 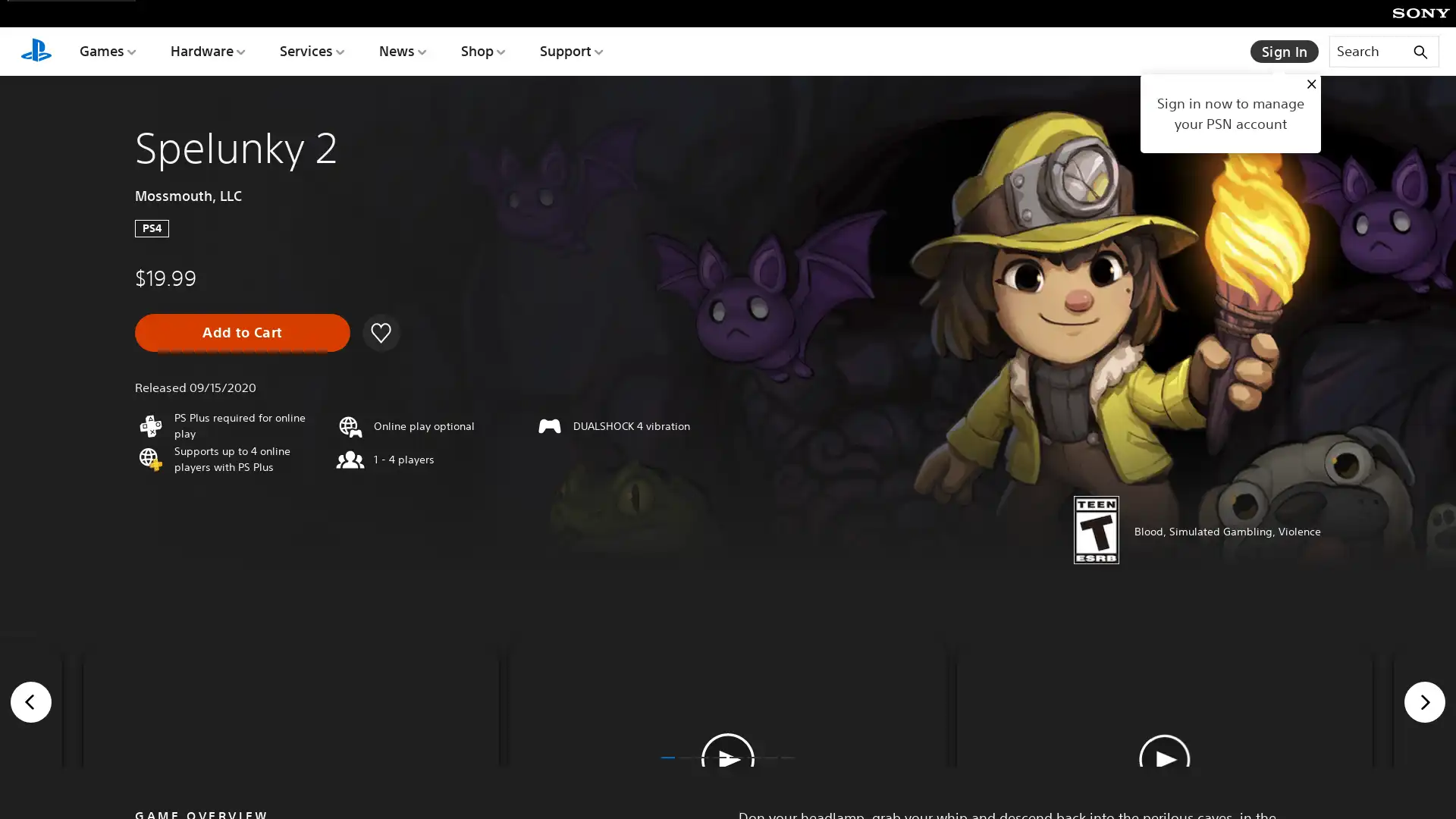 I want to click on Add to Cart, so click(x=243, y=331).